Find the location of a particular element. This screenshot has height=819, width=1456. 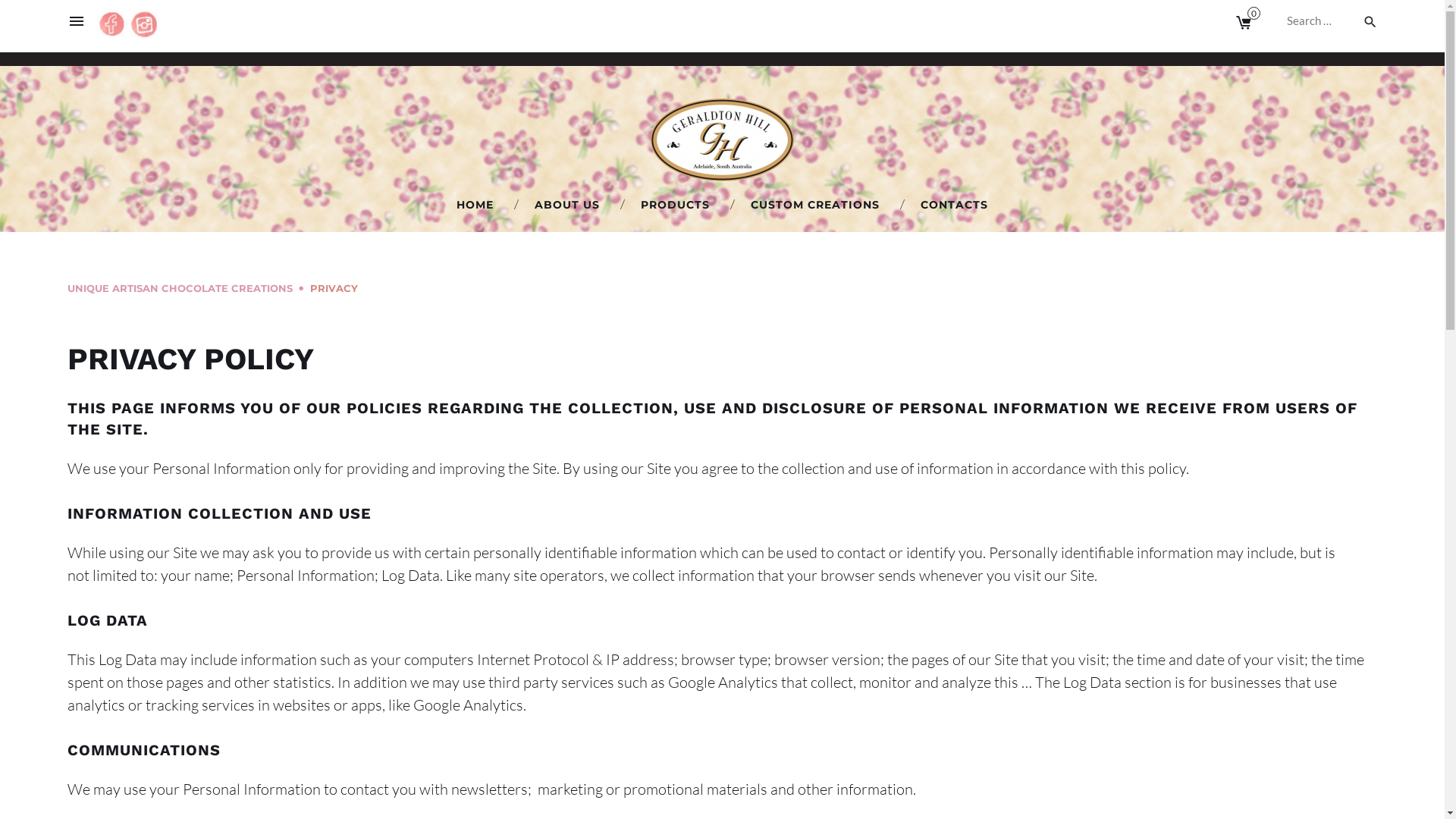

'Instagram' is located at coordinates (1364, 136).